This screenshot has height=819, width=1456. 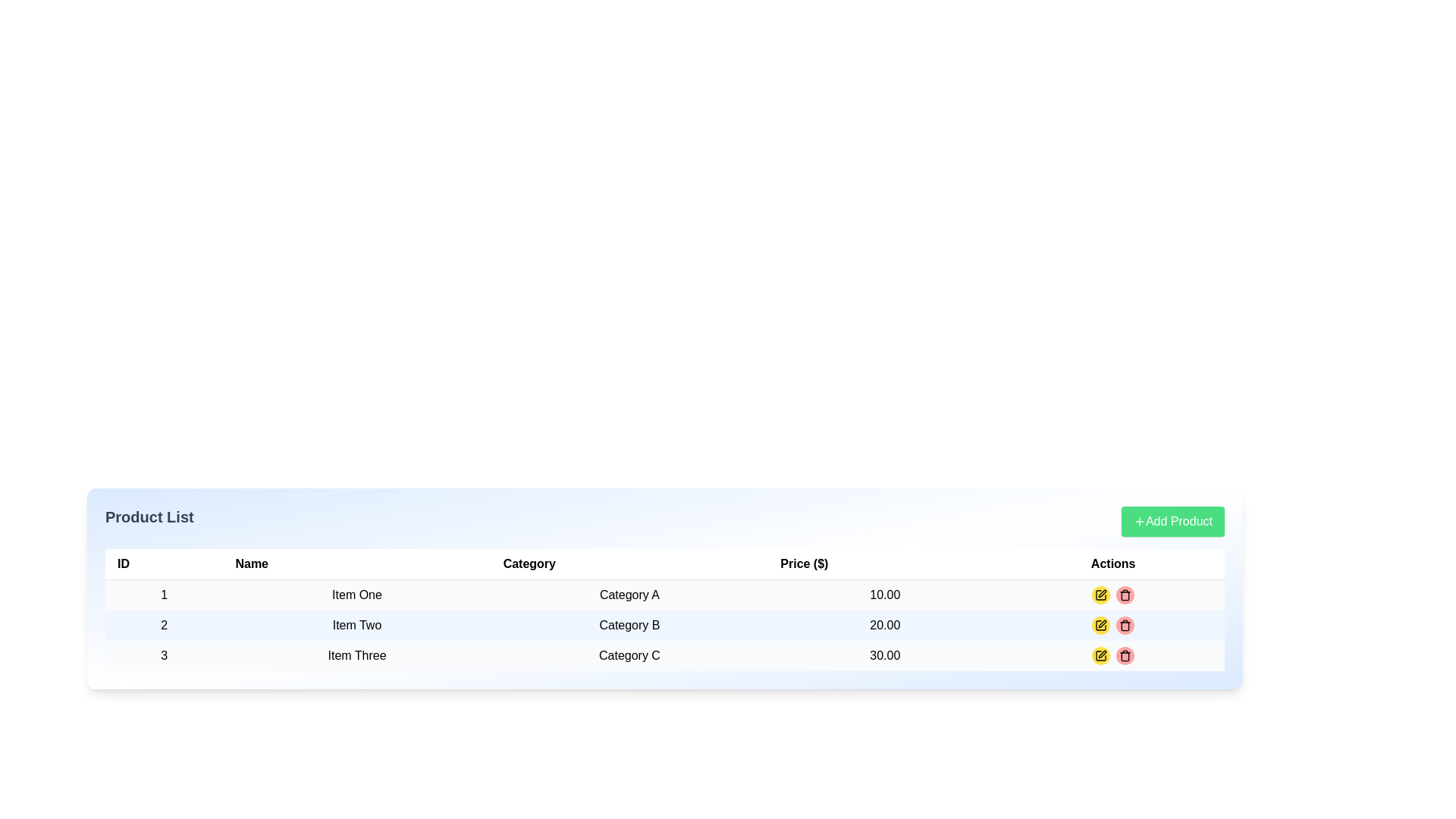 What do you see at coordinates (1113, 626) in the screenshot?
I see `the red trash icon in the Actions control group` at bounding box center [1113, 626].